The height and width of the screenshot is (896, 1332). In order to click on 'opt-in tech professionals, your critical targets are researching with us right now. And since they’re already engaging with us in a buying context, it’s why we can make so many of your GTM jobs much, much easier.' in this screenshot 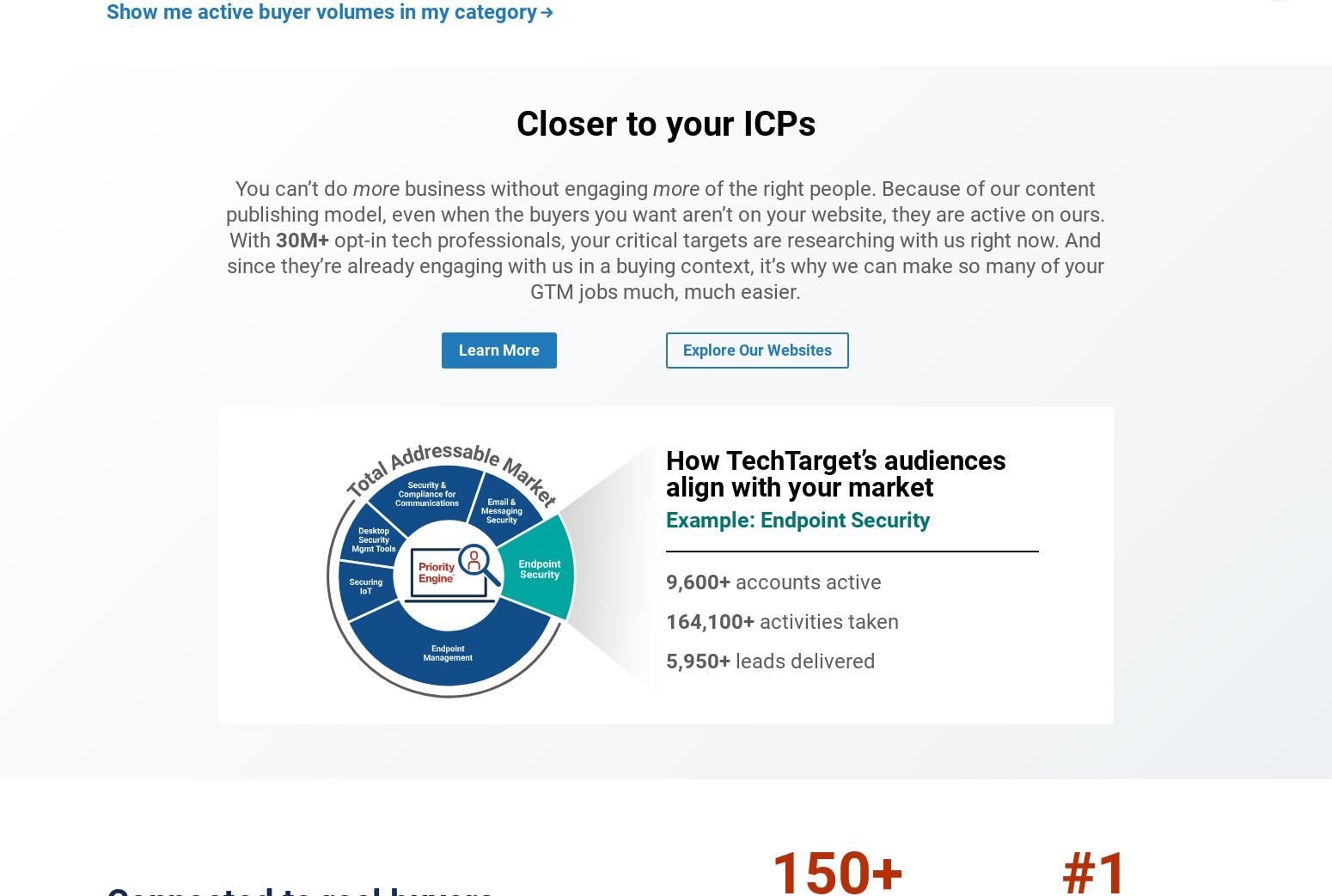, I will do `click(665, 265)`.